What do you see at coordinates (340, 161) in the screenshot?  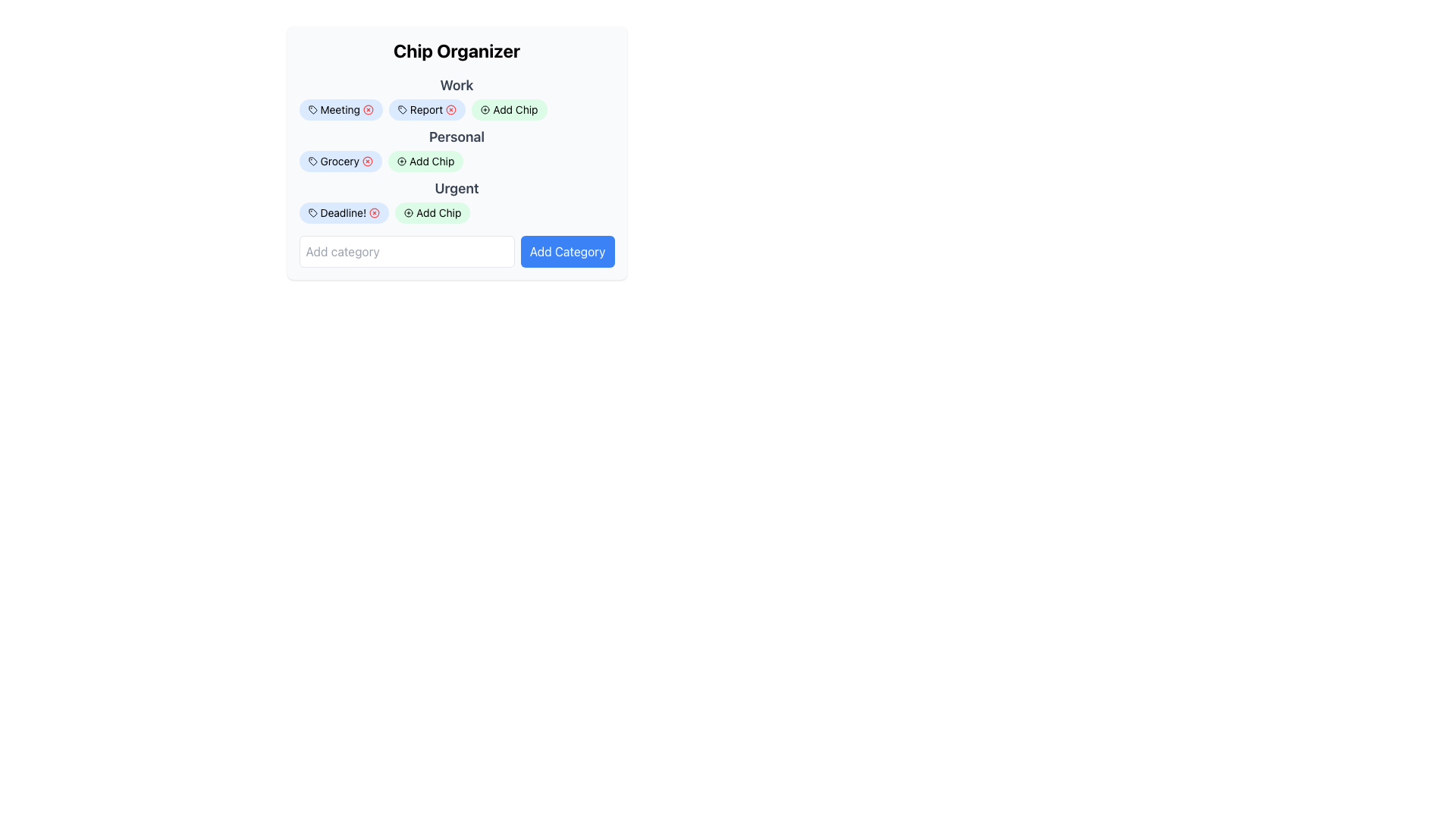 I see `the non-interactive Tag/Label in the 'Personal' section of the 'Chip Organizer', positioned to the left of the 'Add Chip' button` at bounding box center [340, 161].